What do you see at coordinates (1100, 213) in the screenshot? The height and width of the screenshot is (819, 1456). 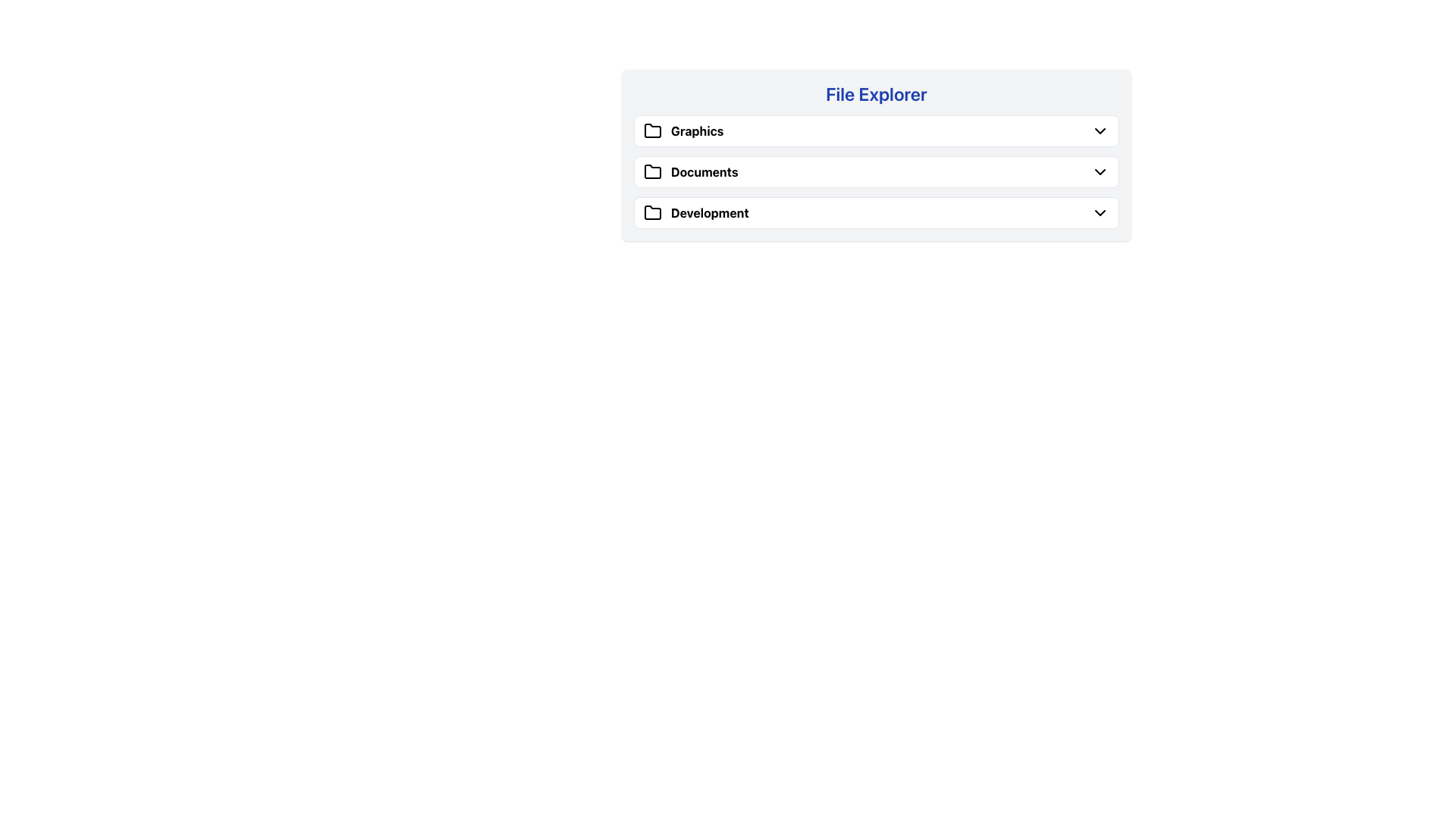 I see `the downward-facing chevron icon located at the right end of the 'Development' row in the file explorer` at bounding box center [1100, 213].